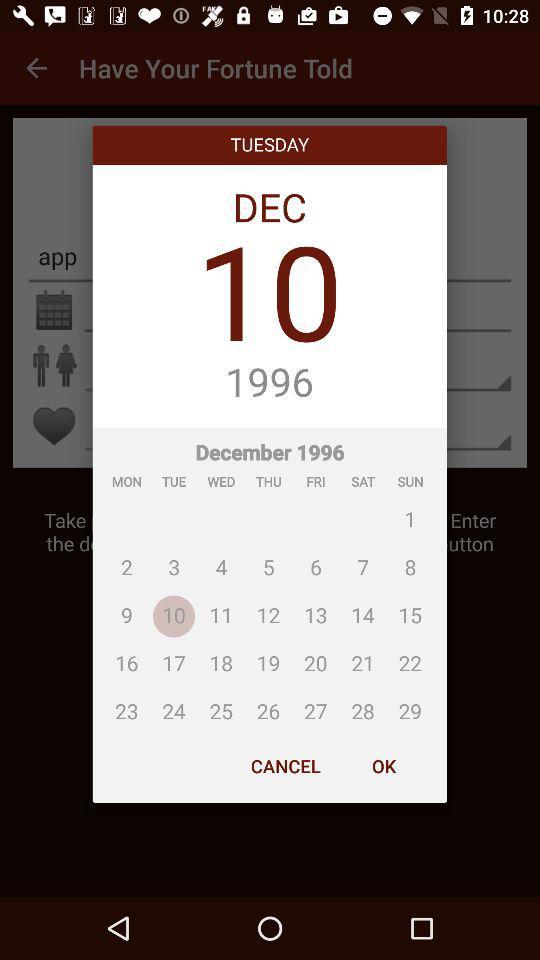 The image size is (540, 960). I want to click on the icon to the left of ok item, so click(284, 765).